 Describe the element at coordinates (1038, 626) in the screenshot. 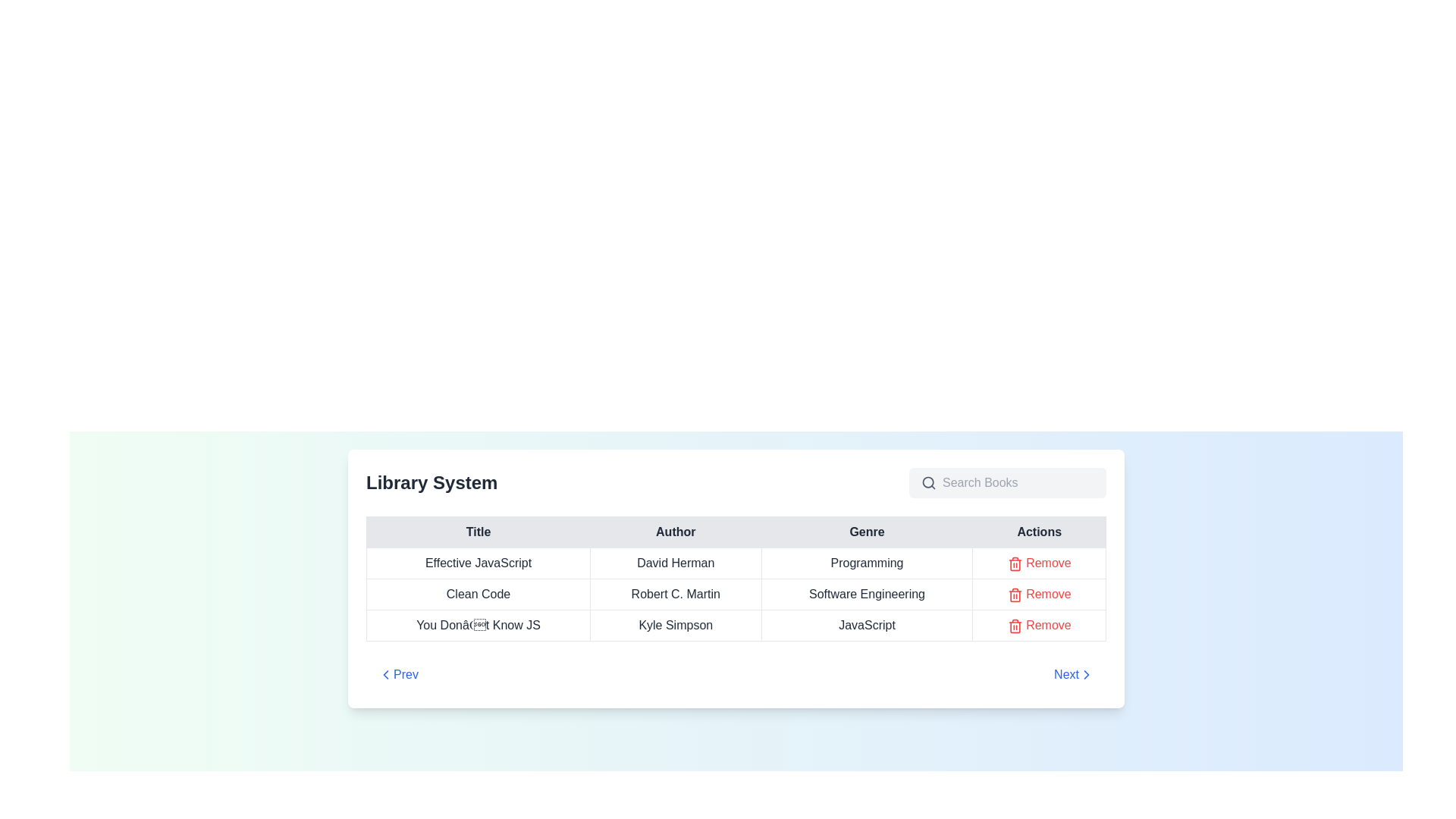

I see `the remove button in the third row of the 'Actions' column, corresponding to Kyle Simpson's entry in the JavaScript genre` at that location.